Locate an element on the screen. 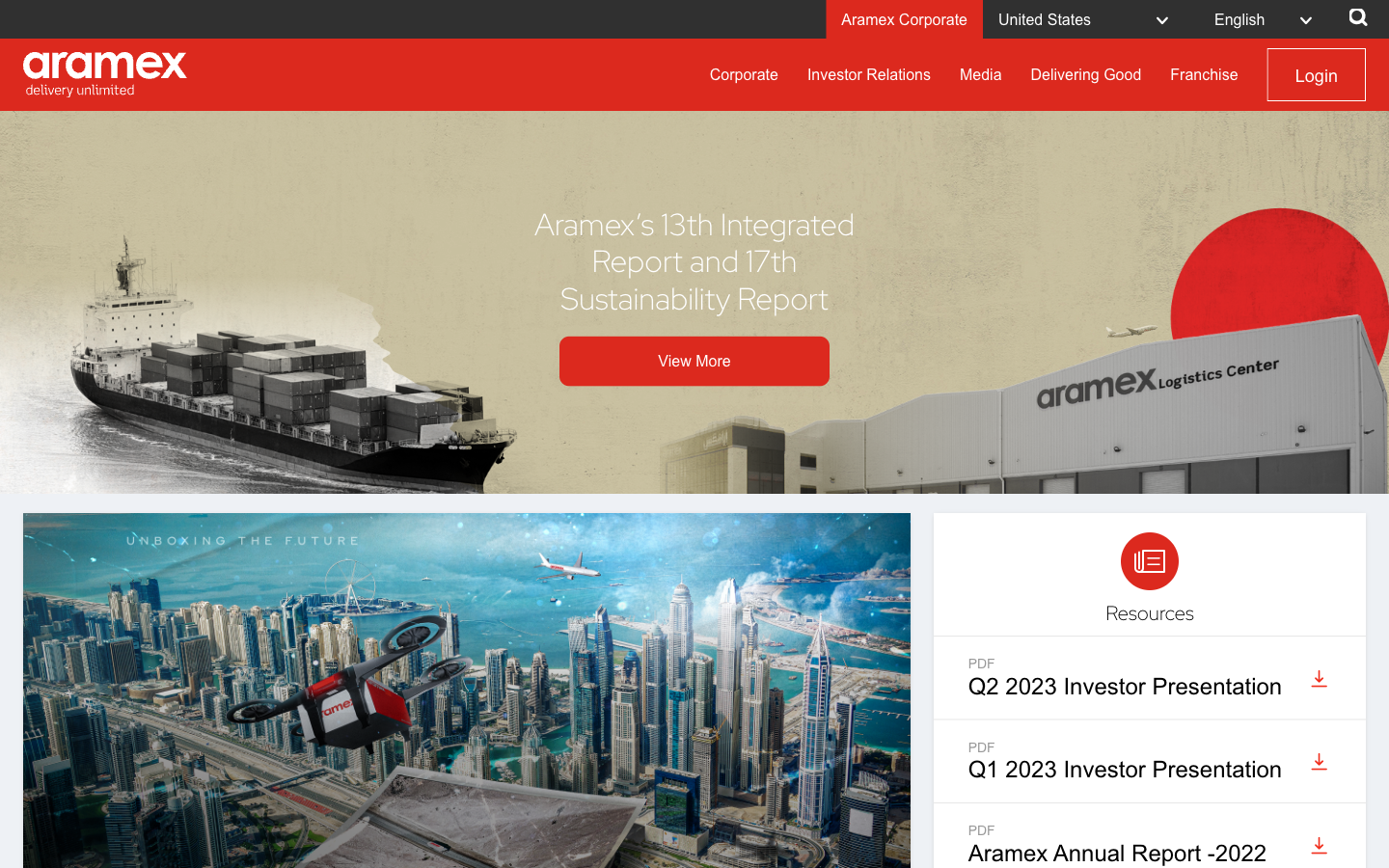 The width and height of the screenshot is (1389, 868). Change the language of the page to the second option in the drop down menu is located at coordinates (1268, 17).